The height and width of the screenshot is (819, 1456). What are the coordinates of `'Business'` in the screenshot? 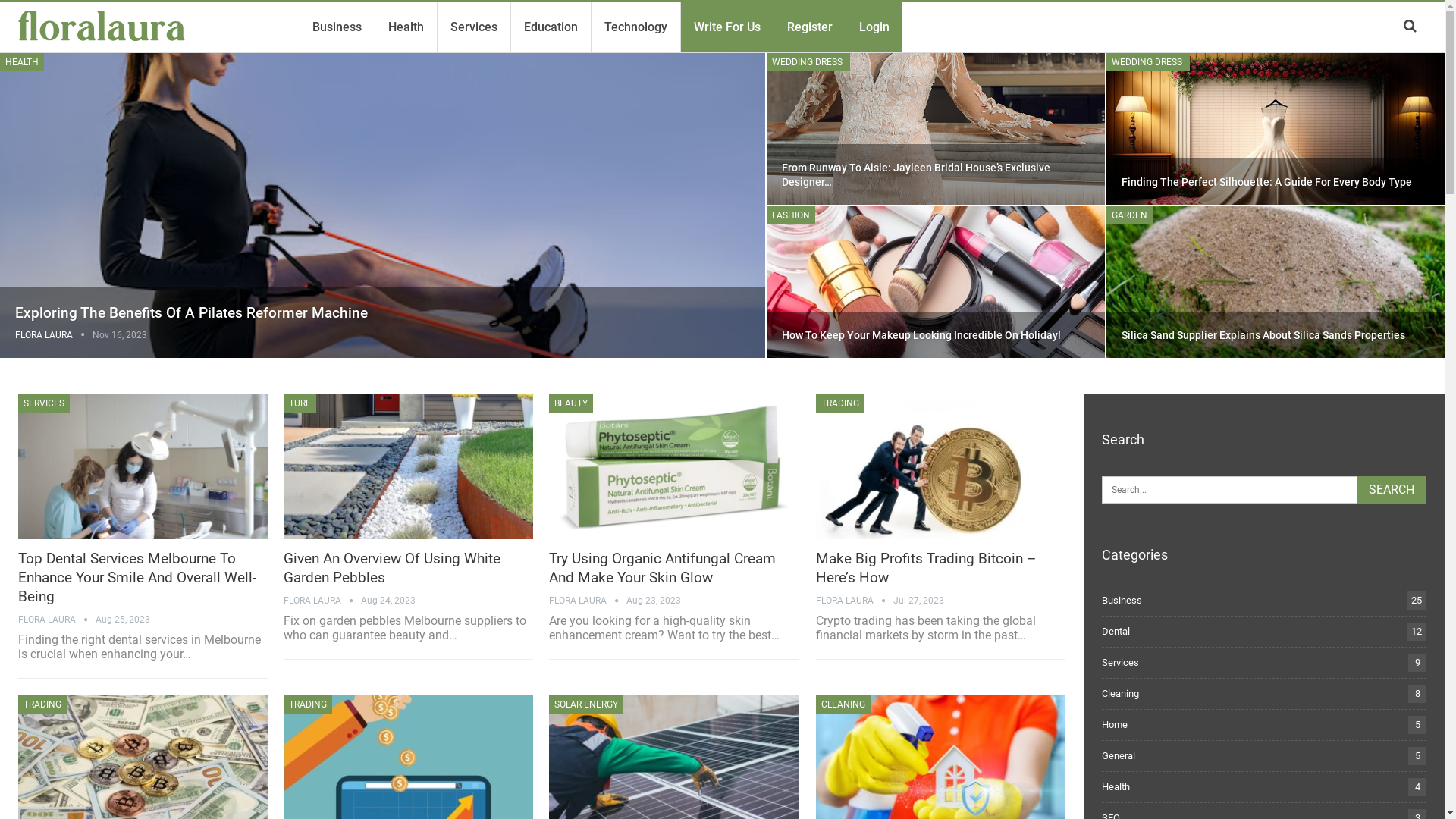 It's located at (336, 27).